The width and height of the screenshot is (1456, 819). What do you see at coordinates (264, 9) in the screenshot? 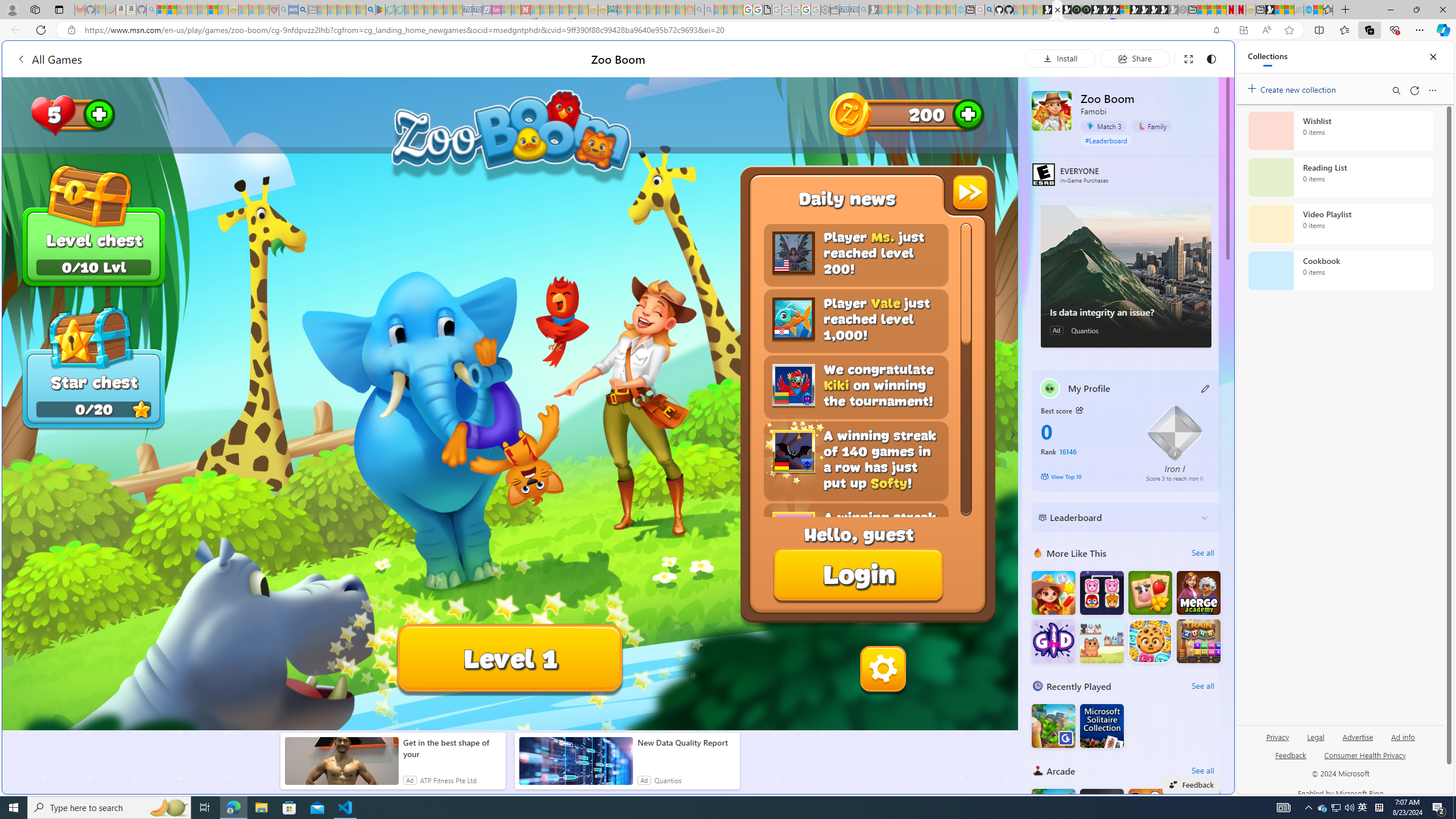
I see `'Local - MSN - Sleeping'` at bounding box center [264, 9].